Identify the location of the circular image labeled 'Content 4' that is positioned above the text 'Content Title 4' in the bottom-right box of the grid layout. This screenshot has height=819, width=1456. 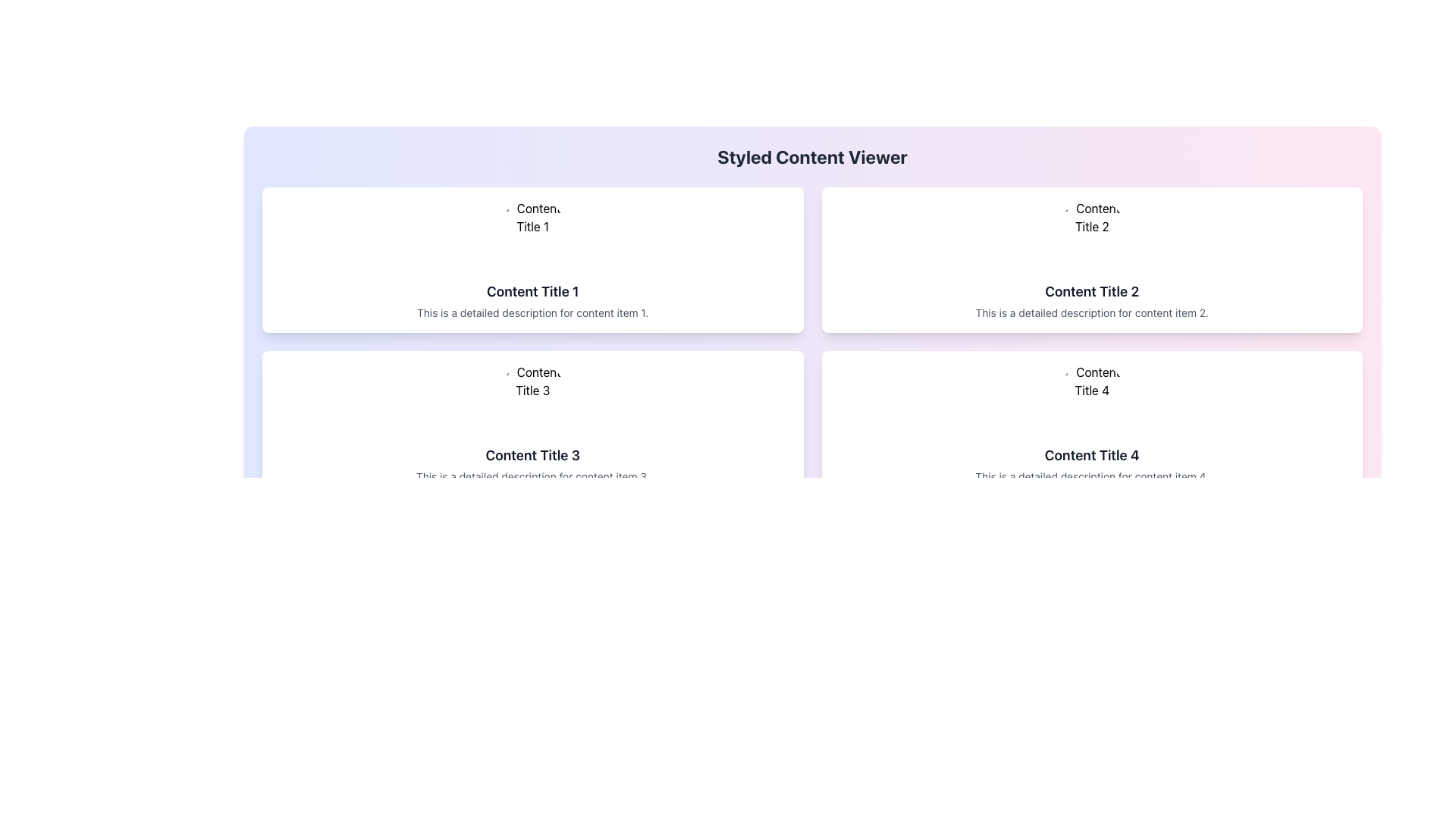
(1092, 399).